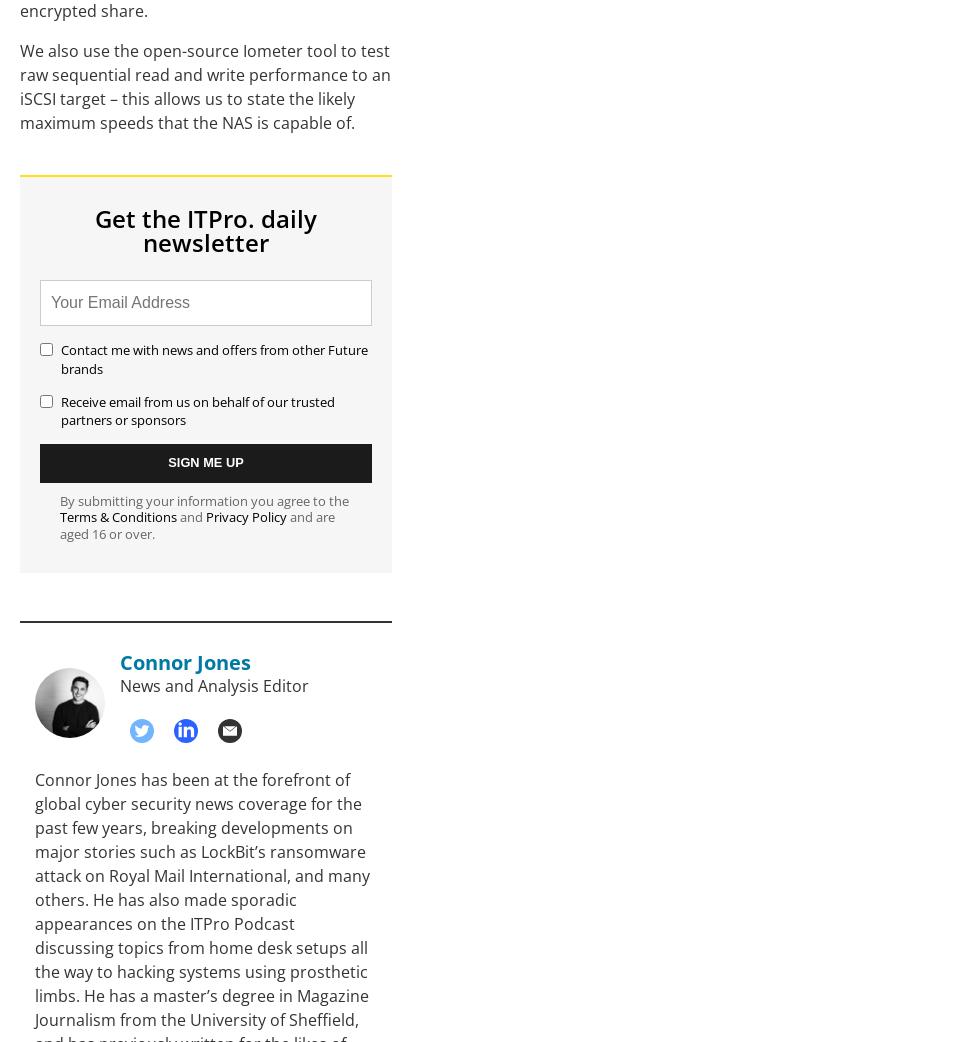  I want to click on 'By submitting your information you agree to the', so click(204, 499).